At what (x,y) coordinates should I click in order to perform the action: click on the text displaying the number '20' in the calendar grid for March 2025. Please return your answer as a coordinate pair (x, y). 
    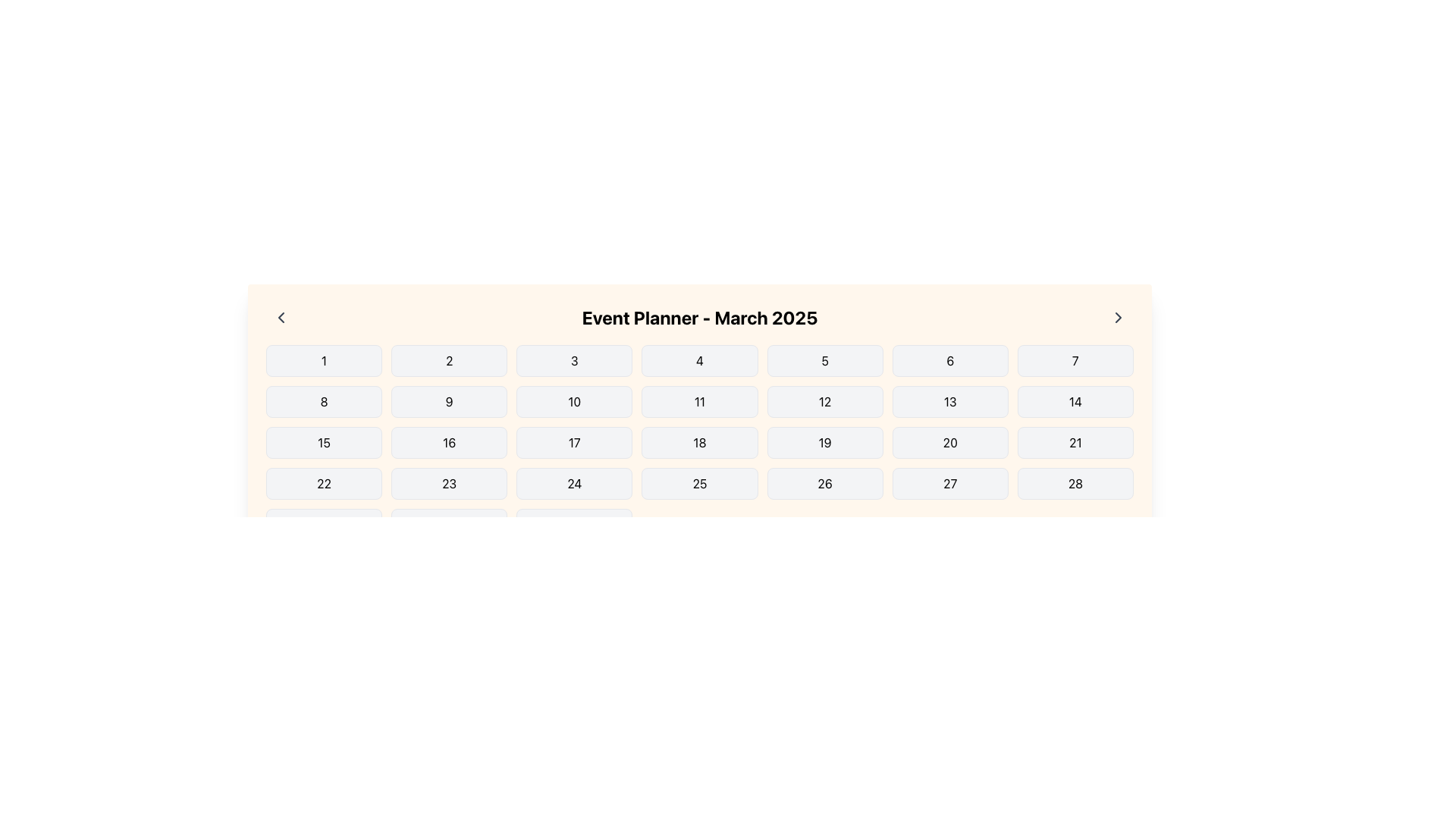
    Looking at the image, I should click on (949, 442).